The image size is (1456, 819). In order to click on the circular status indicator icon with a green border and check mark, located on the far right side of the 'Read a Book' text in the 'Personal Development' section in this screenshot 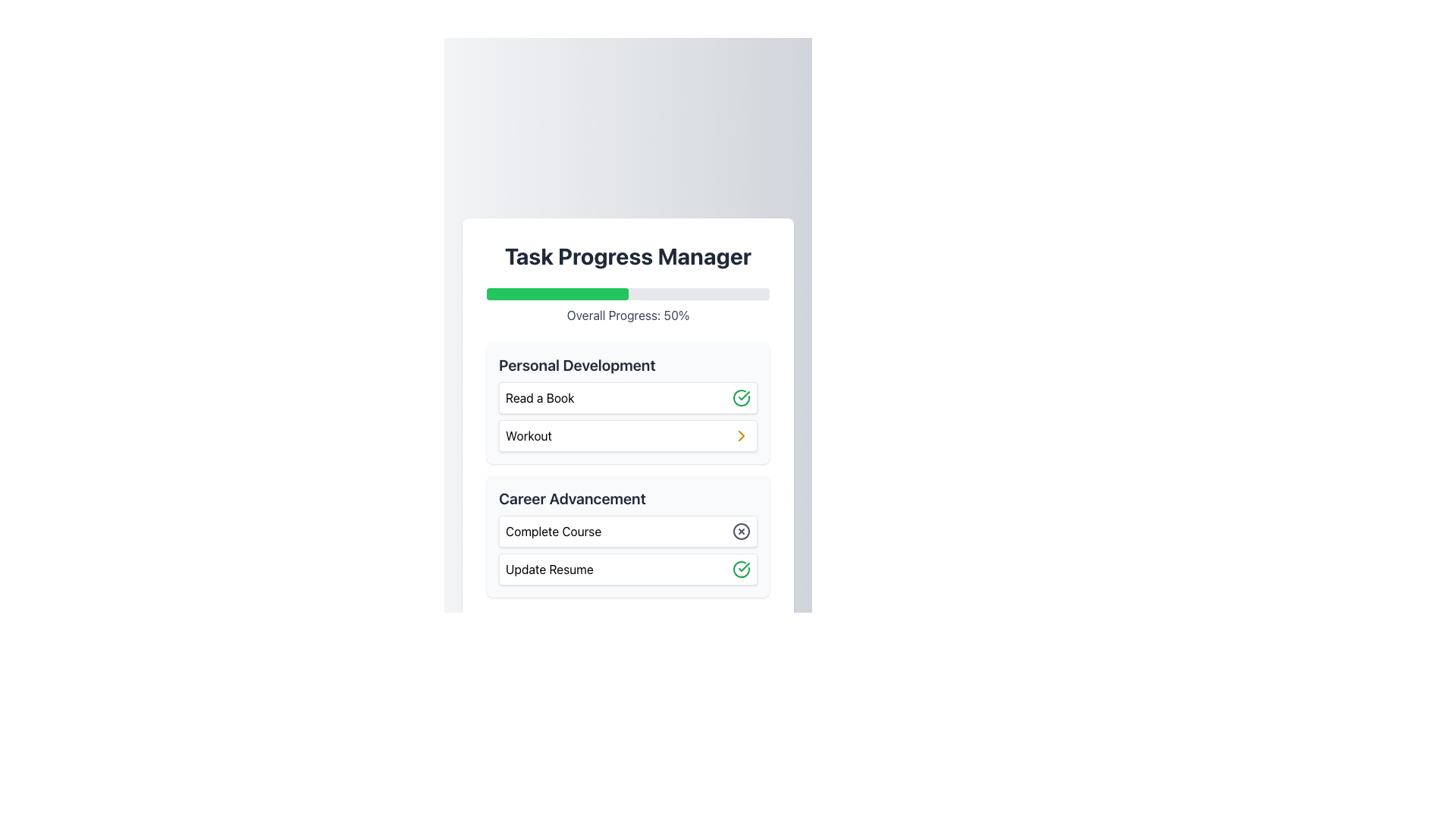, I will do `click(742, 397)`.